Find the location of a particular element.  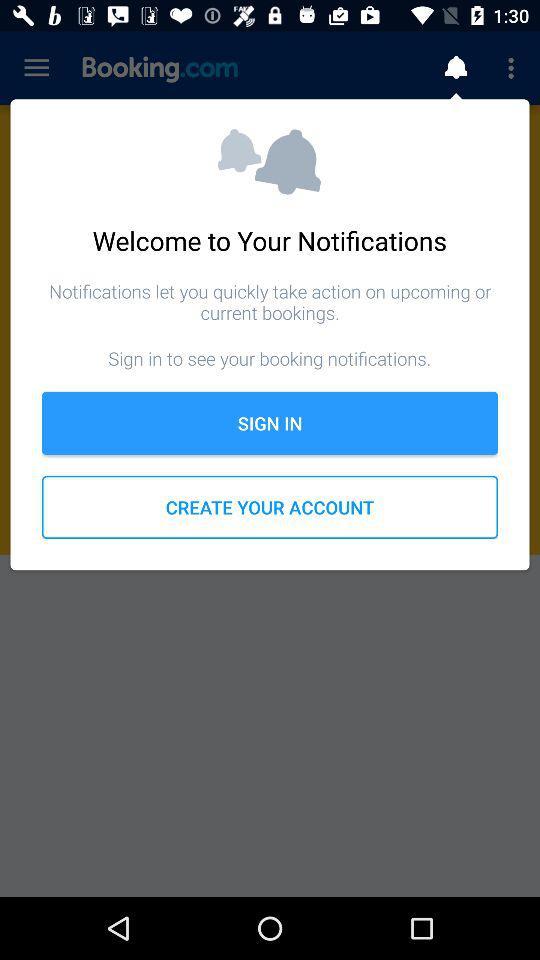

click for notification is located at coordinates (455, 68).